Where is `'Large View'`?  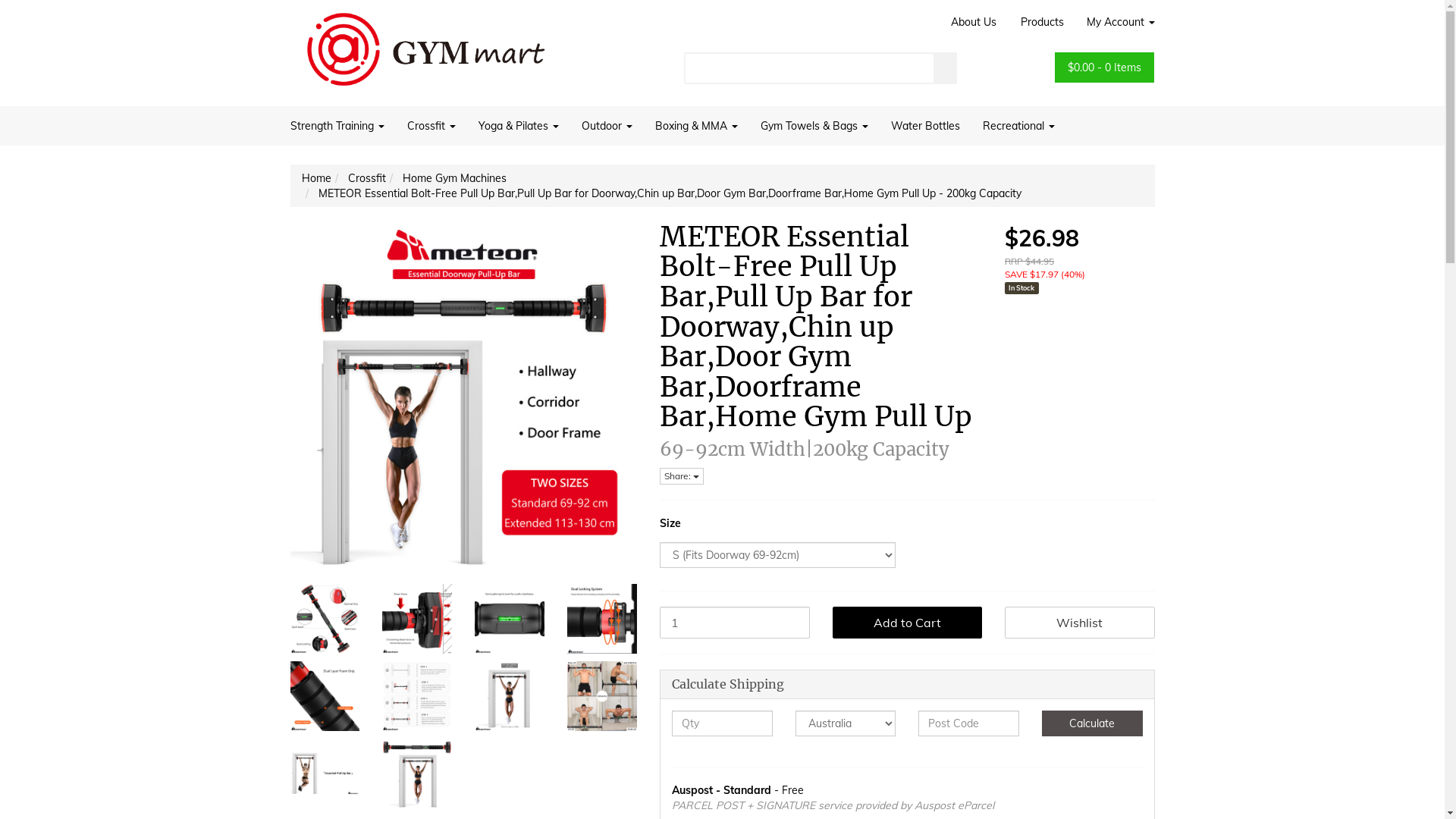 'Large View' is located at coordinates (473, 619).